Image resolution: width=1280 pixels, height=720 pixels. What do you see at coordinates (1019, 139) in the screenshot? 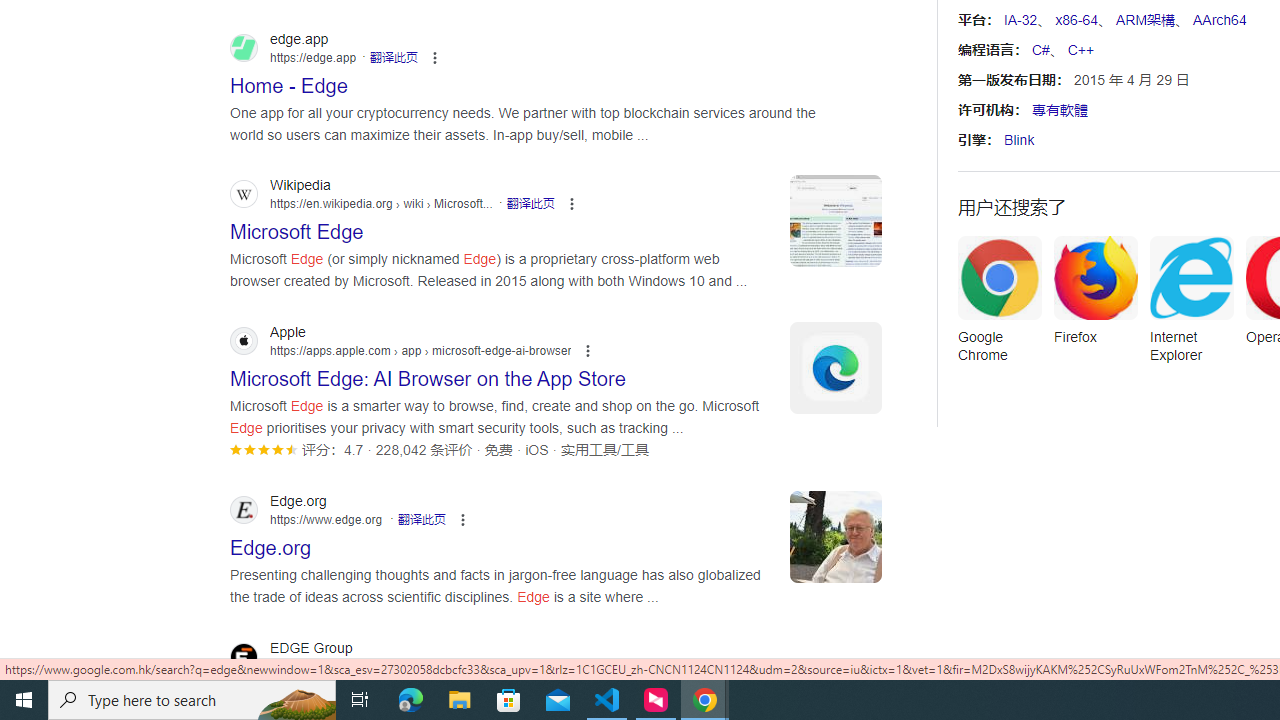
I see `'Blink'` at bounding box center [1019, 139].